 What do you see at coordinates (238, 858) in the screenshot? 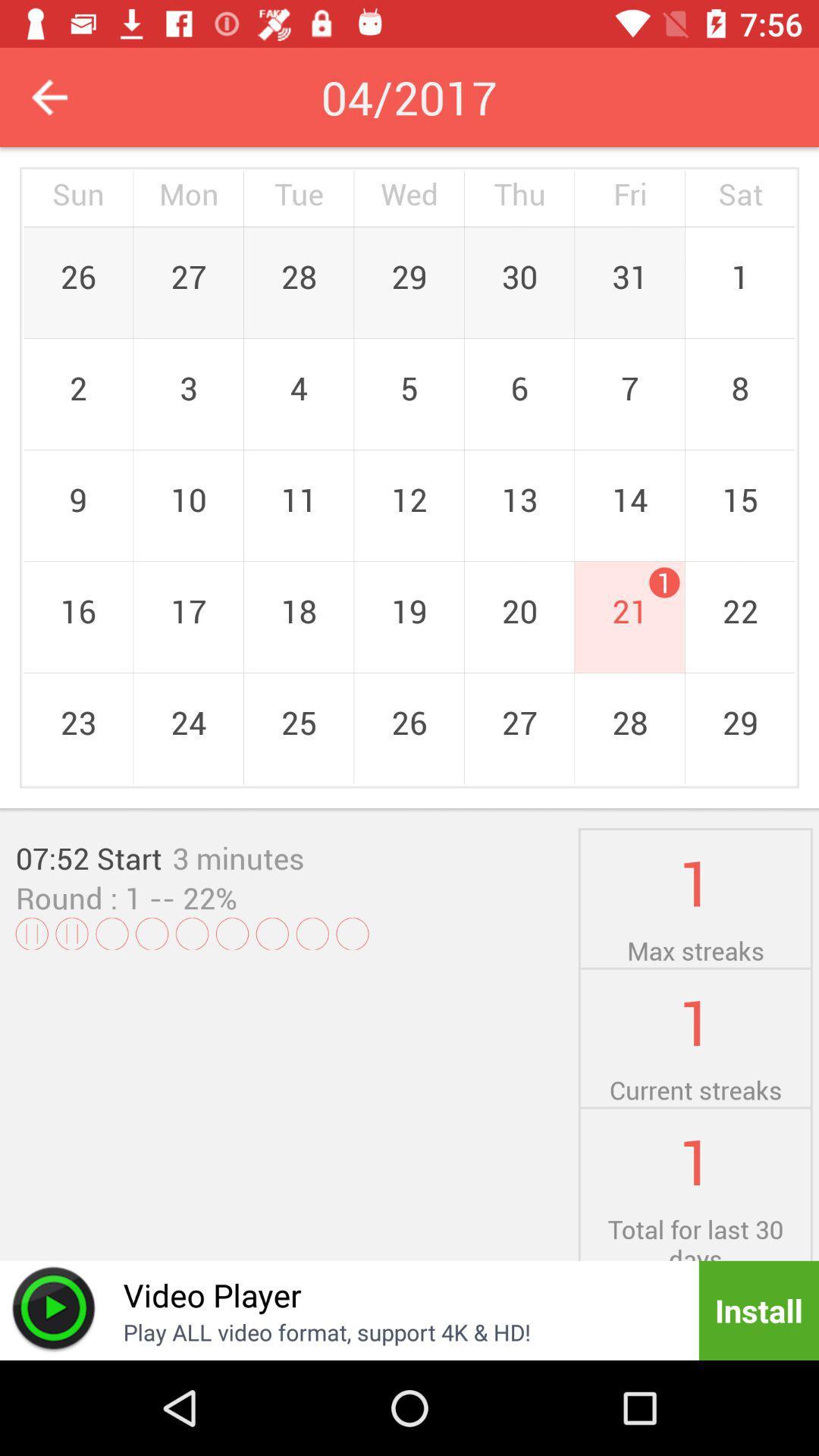
I see `the icon above the  -- 22% icon` at bounding box center [238, 858].